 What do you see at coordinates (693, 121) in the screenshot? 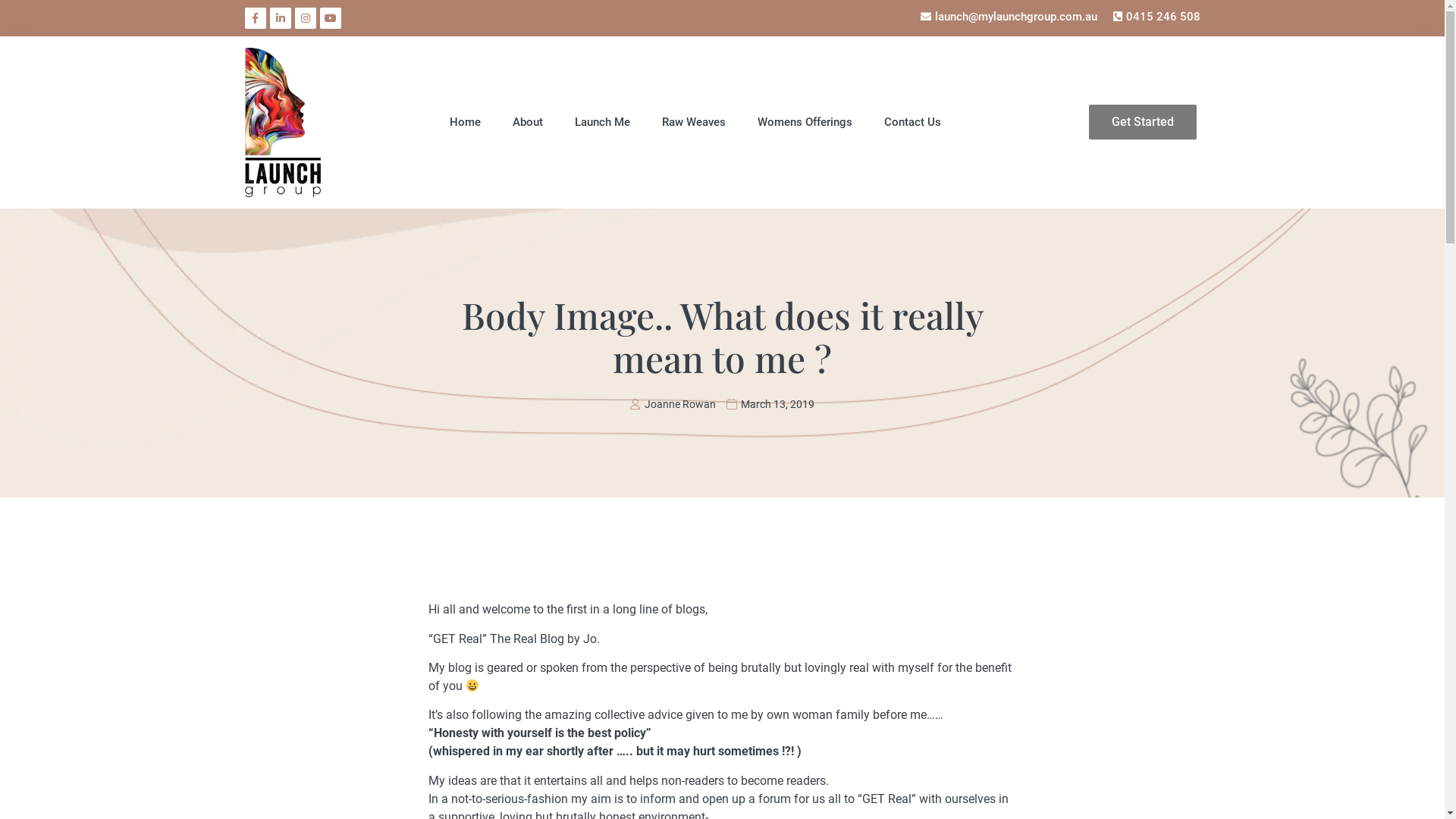
I see `'Raw Weaves'` at bounding box center [693, 121].